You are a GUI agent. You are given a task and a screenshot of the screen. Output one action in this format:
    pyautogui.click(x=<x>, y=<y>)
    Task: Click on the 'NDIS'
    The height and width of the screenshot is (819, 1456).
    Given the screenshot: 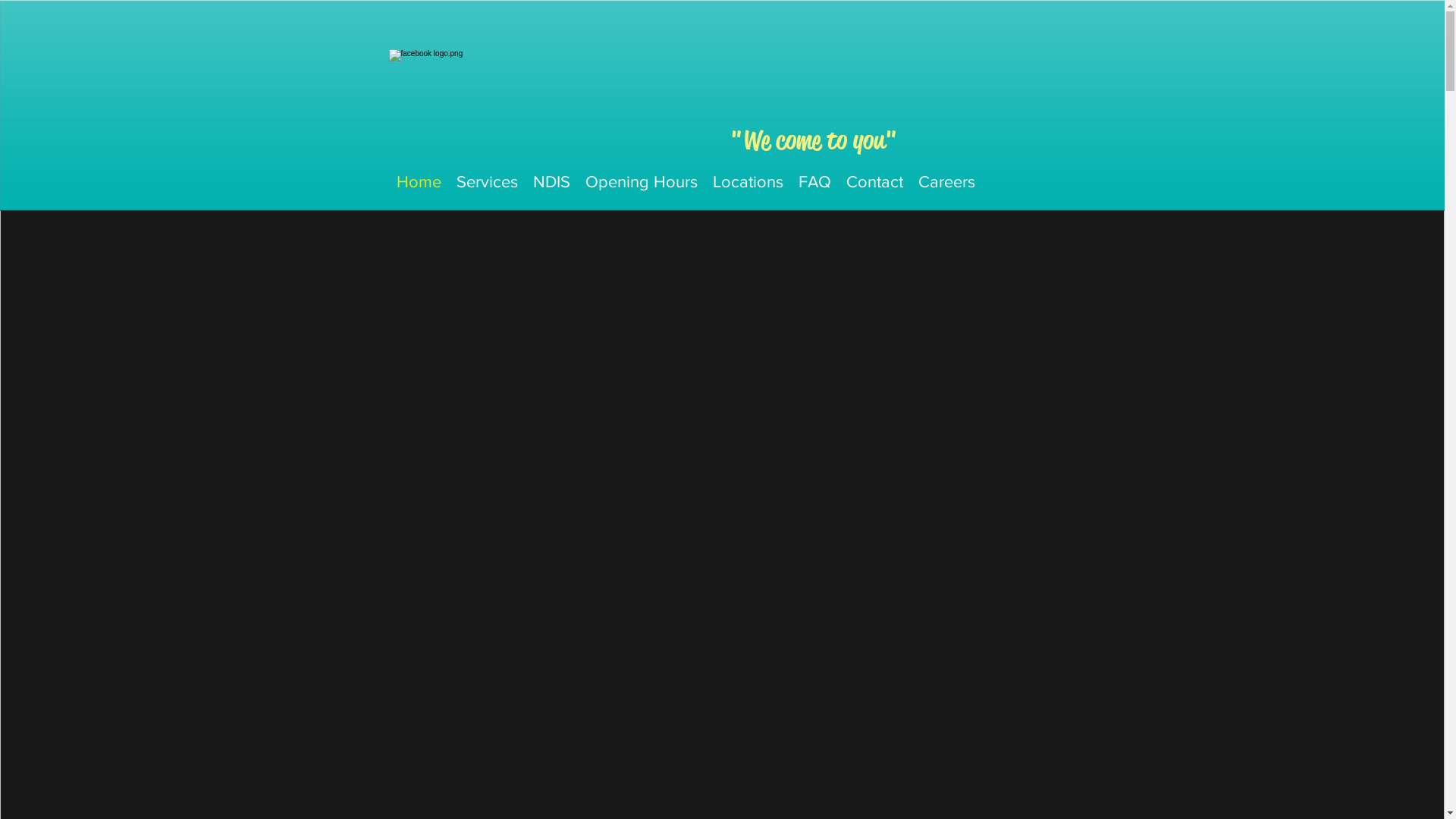 What is the action you would take?
    pyautogui.click(x=550, y=180)
    